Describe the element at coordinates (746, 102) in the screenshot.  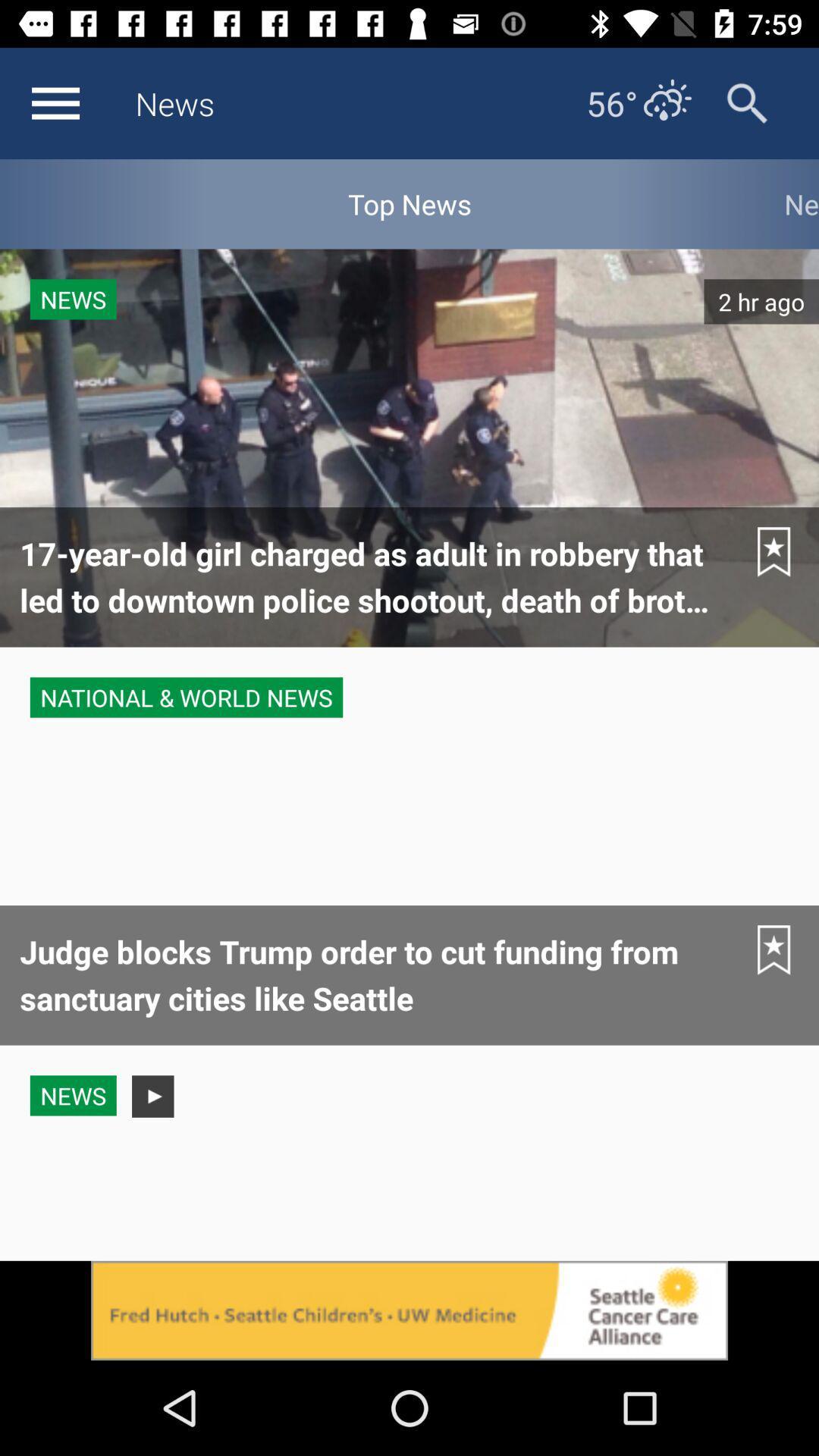
I see `search` at that location.